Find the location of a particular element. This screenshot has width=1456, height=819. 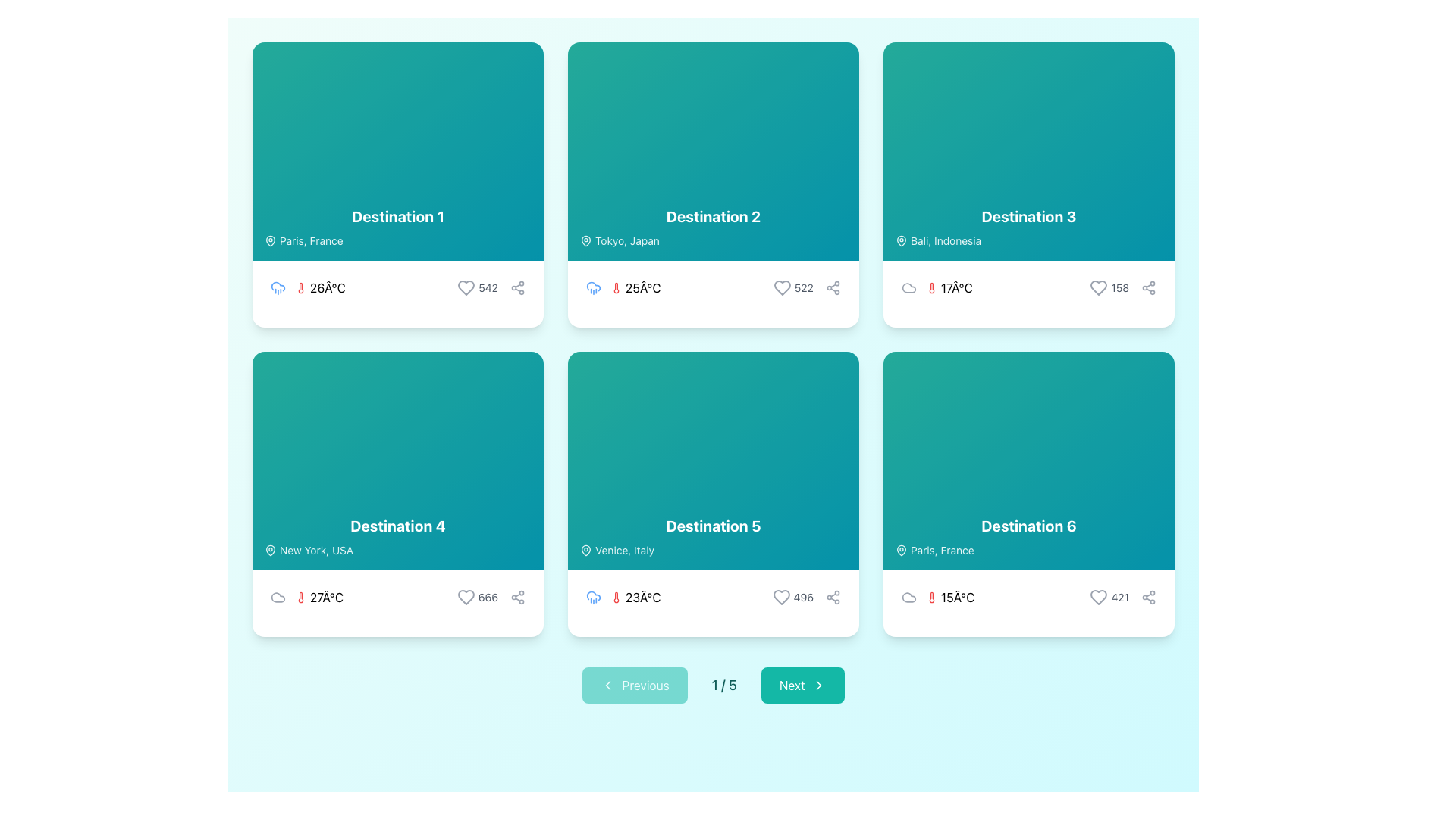

the informative display component that provides weather information and temperature for 'Destination 4', located at the bottom area of the card is located at coordinates (397, 596).